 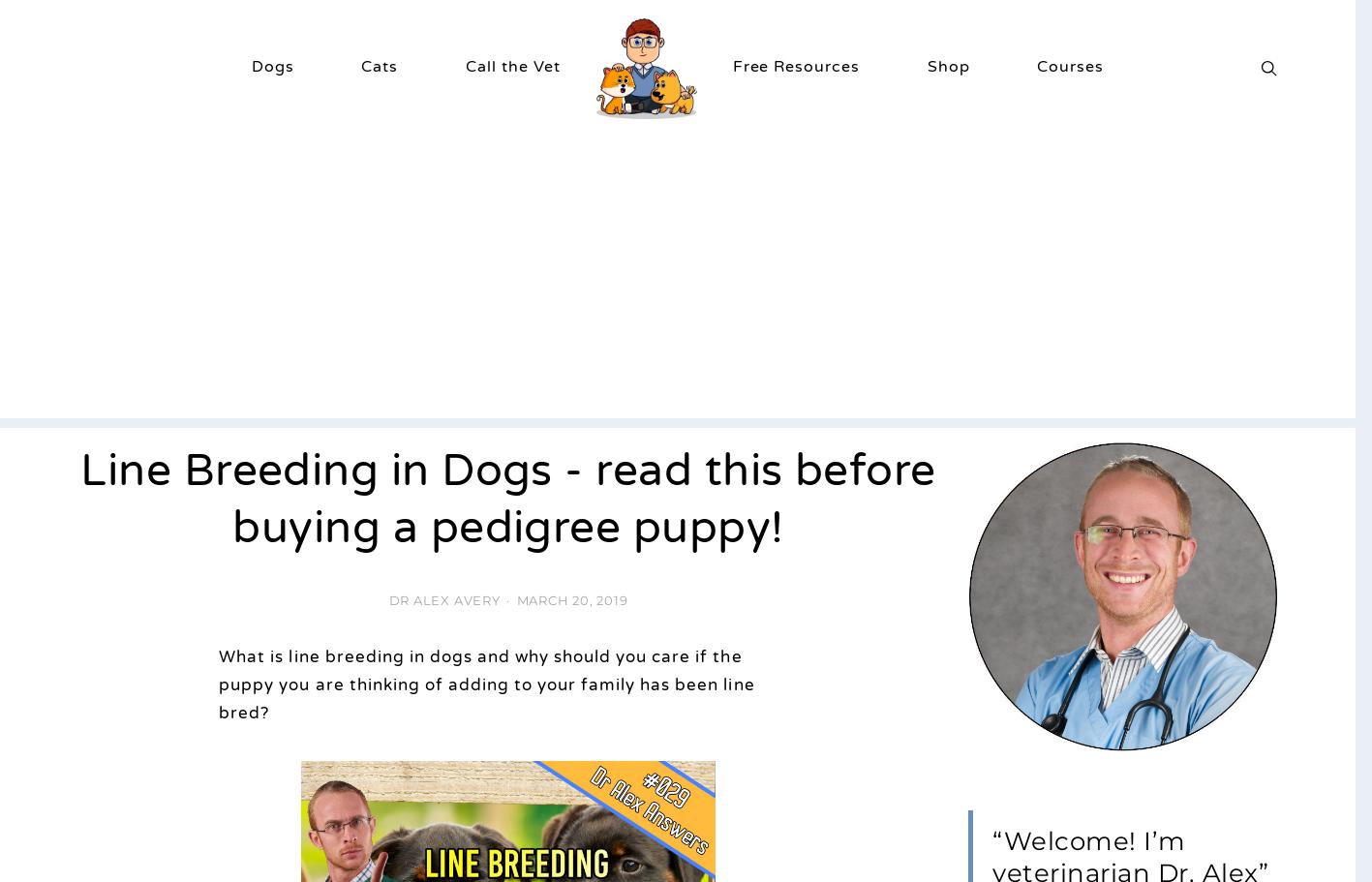 What do you see at coordinates (1069, 64) in the screenshot?
I see `'Courses'` at bounding box center [1069, 64].